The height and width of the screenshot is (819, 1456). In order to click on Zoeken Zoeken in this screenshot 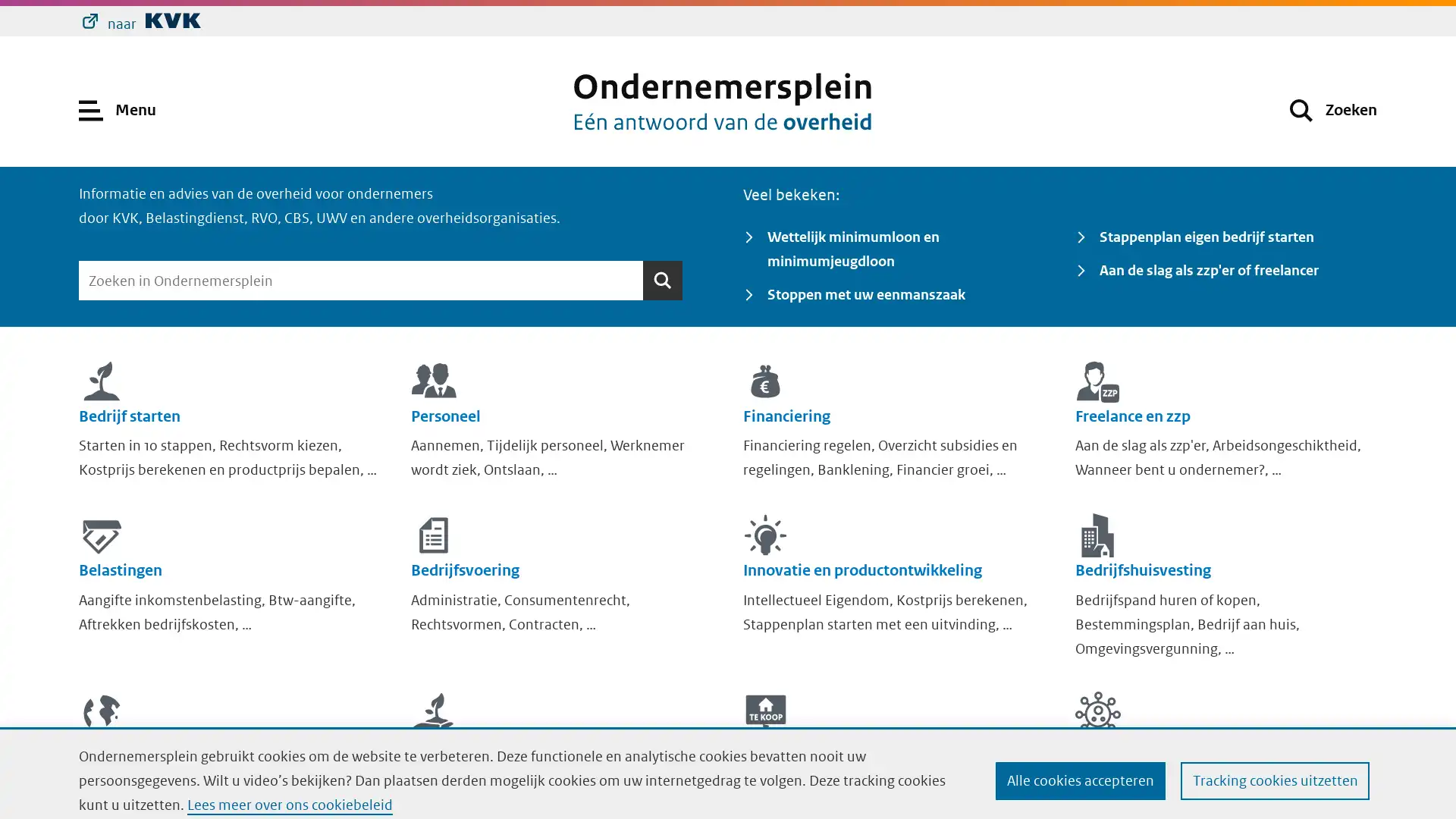, I will do `click(662, 281)`.